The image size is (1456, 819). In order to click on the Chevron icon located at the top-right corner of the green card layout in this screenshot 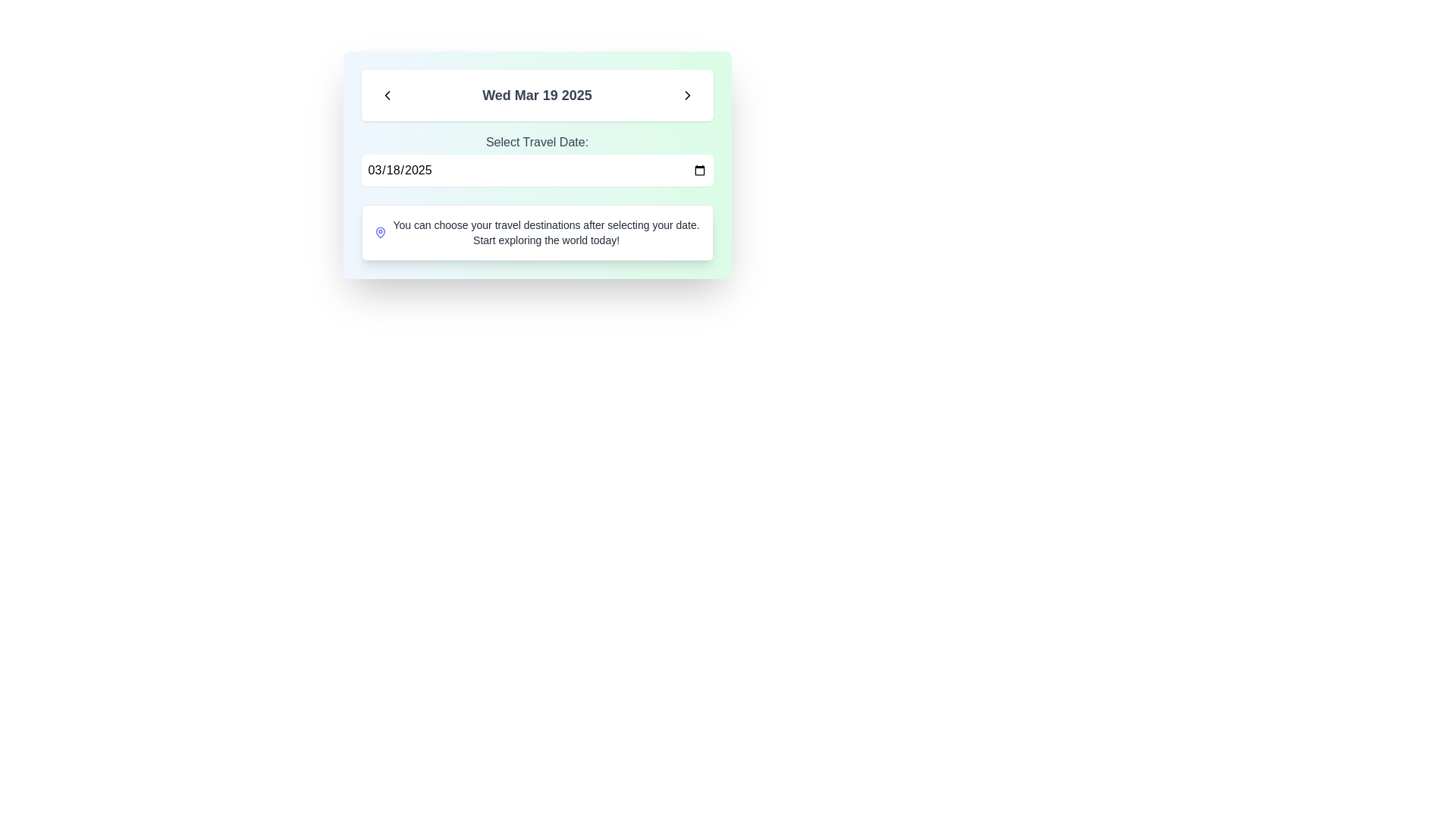, I will do `click(686, 96)`.